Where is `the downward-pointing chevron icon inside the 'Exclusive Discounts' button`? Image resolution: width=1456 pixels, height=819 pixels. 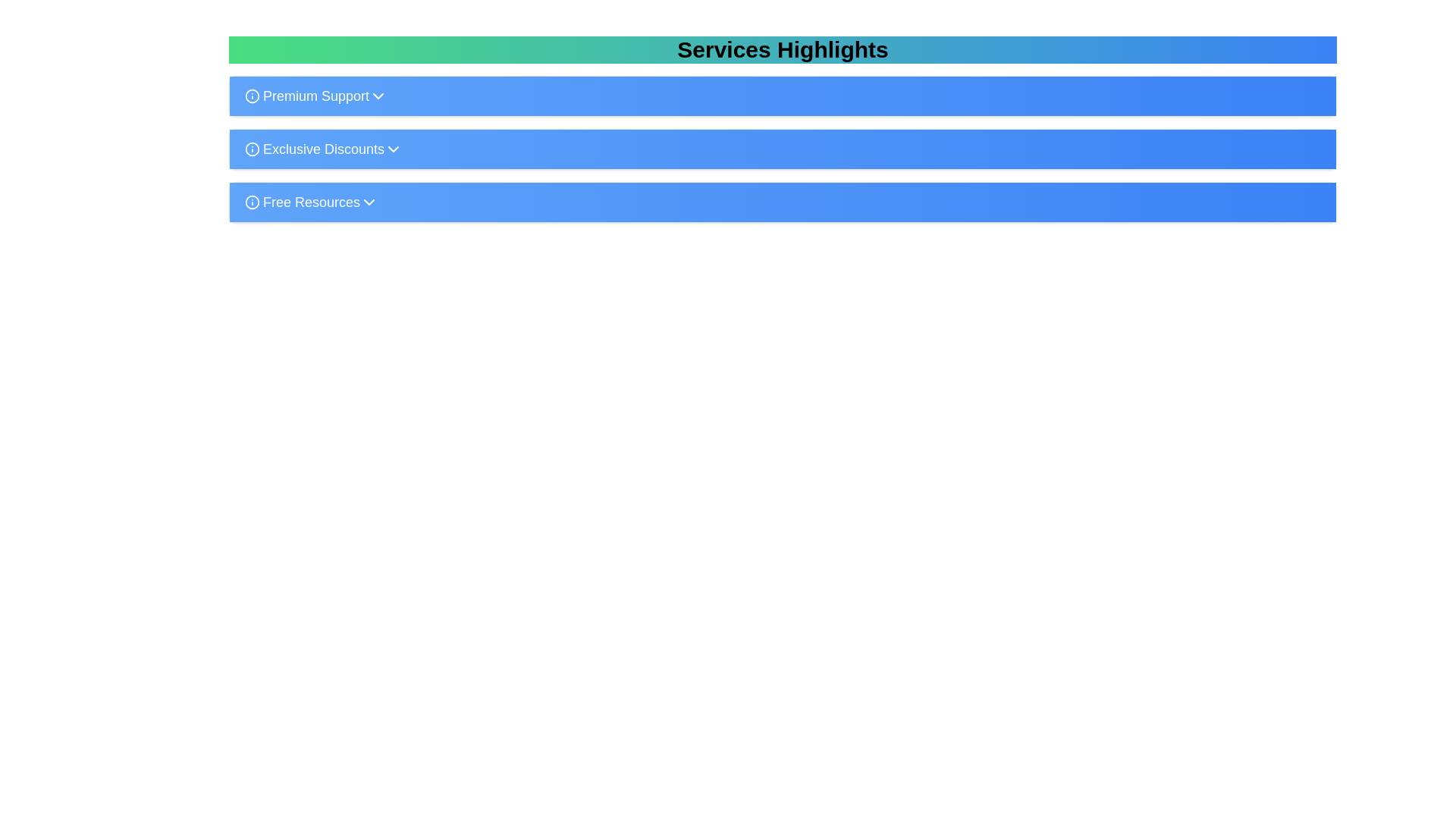
the downward-pointing chevron icon inside the 'Exclusive Discounts' button is located at coordinates (393, 149).